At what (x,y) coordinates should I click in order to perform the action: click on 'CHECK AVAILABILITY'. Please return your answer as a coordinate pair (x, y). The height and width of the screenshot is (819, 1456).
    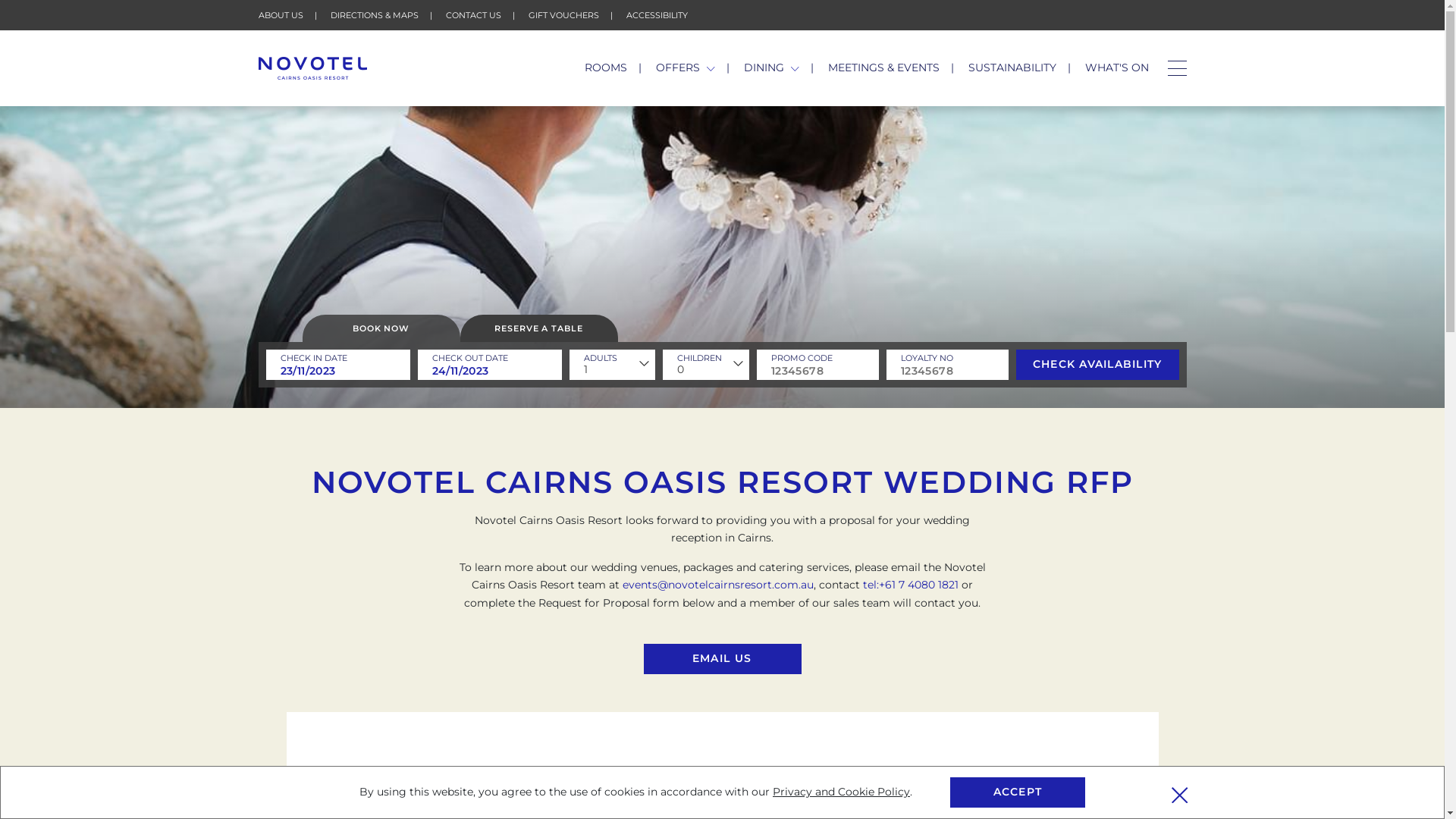
    Looking at the image, I should click on (1097, 365).